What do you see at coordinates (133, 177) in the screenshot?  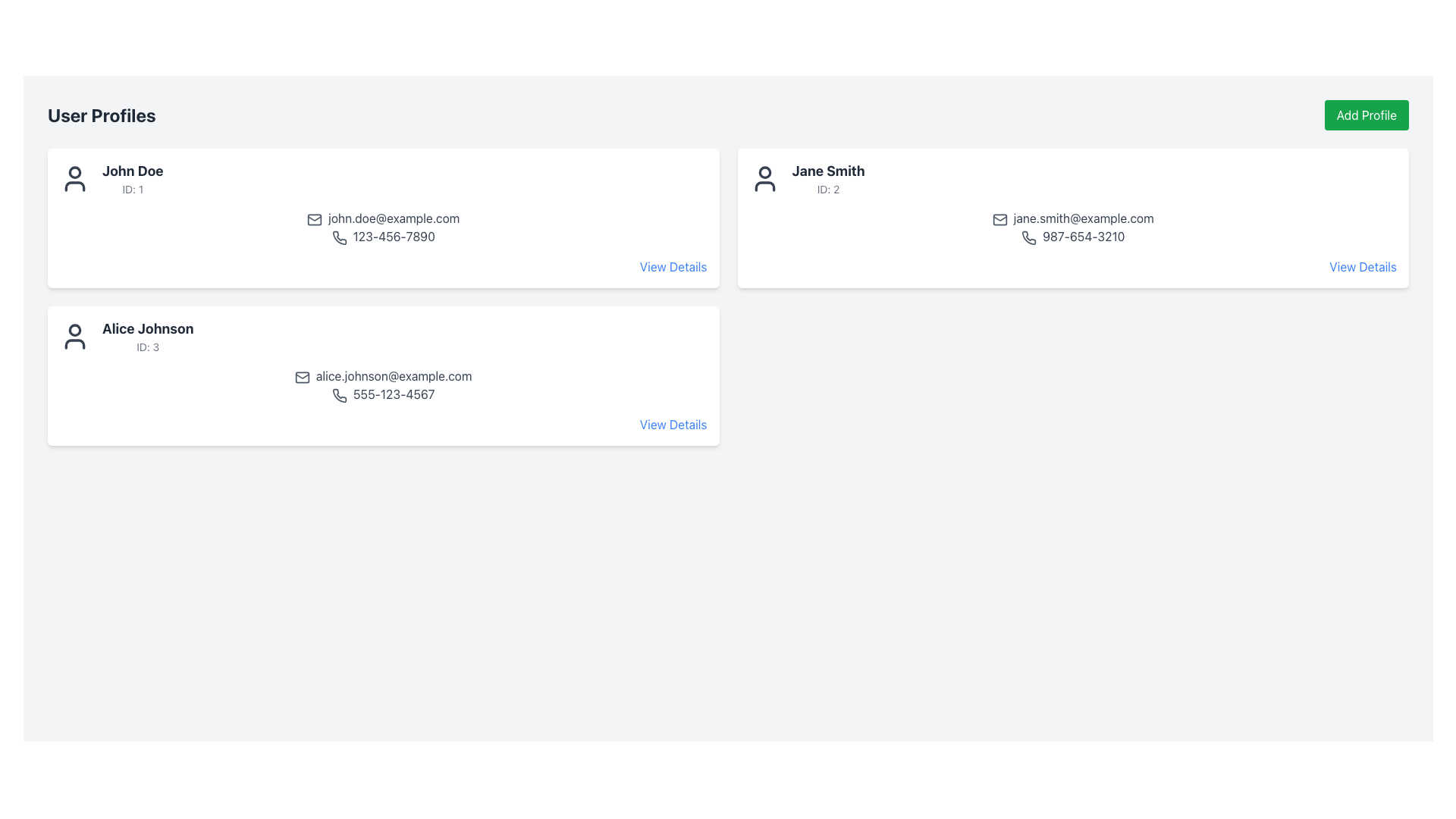 I see `text displayed in the Text Component that shows the name and ID of the user, located in the first user profile card in the upper-left corner, next to the user icon and above the contact information` at bounding box center [133, 177].